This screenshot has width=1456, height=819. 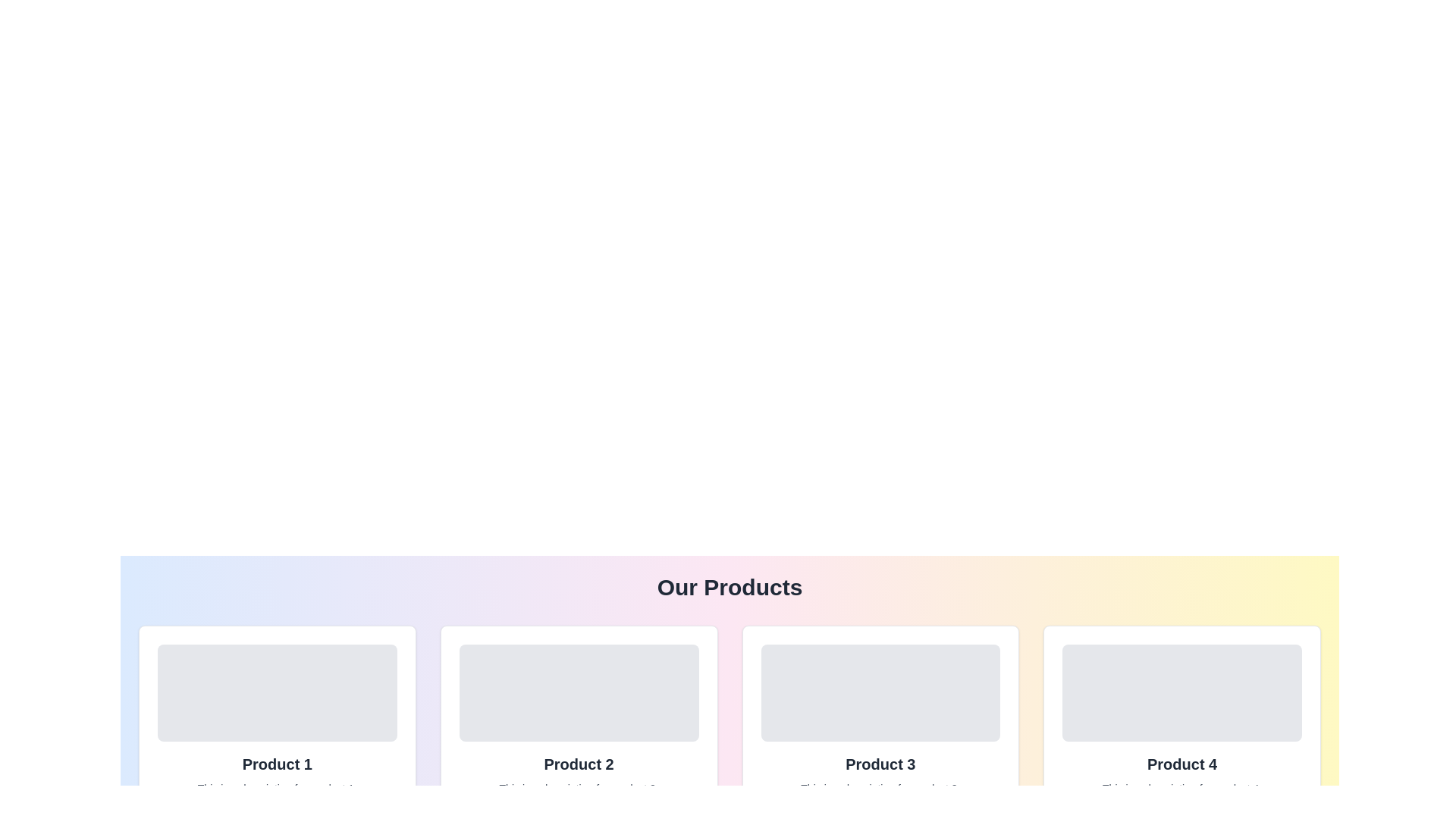 What do you see at coordinates (277, 693) in the screenshot?
I see `the Image Placeholder at the top of the product card for 'Product 1', which is located above the product name and description` at bounding box center [277, 693].